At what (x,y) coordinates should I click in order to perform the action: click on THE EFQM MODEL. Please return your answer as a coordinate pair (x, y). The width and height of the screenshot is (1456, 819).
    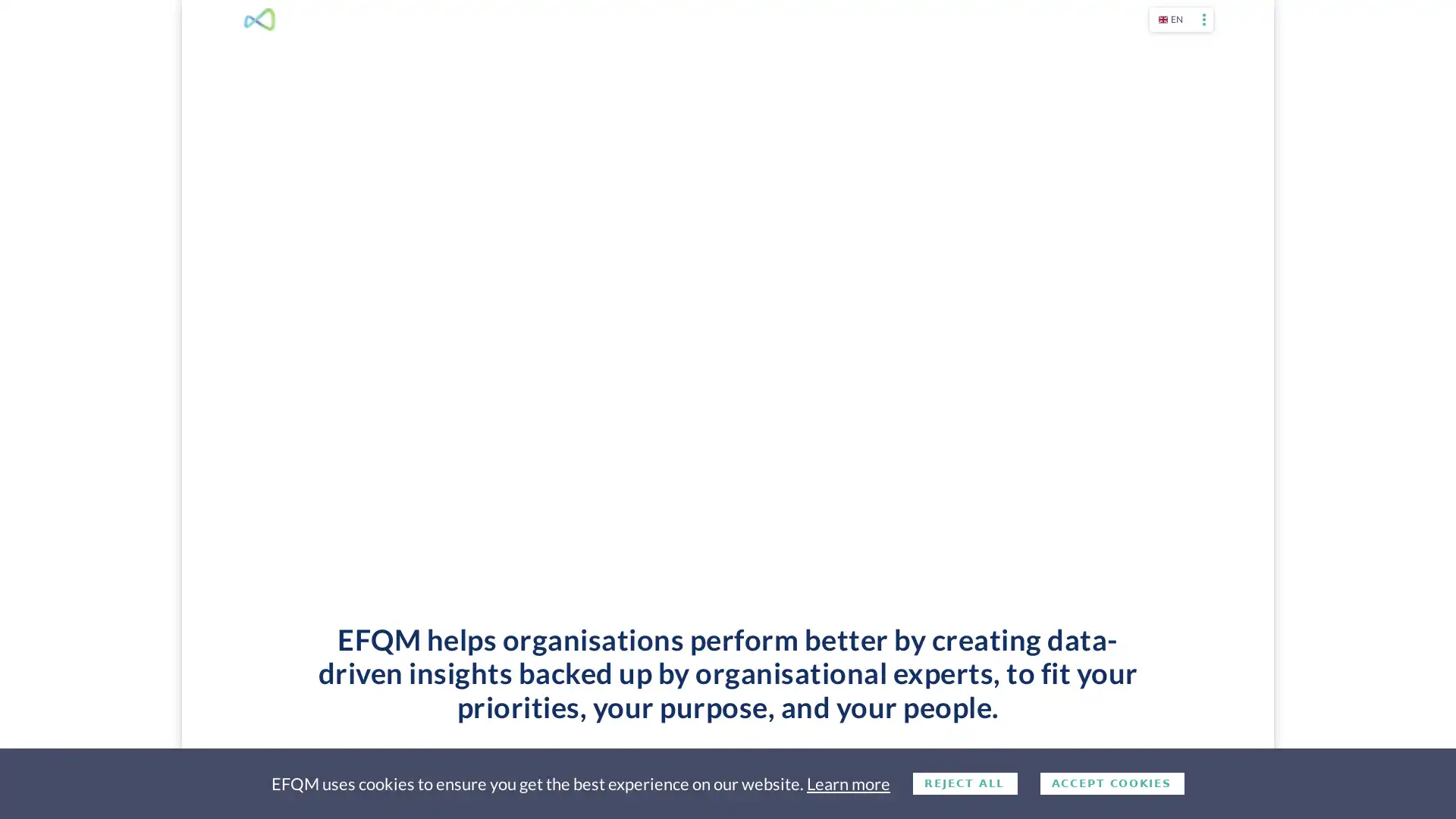
    Looking at the image, I should click on (754, 54).